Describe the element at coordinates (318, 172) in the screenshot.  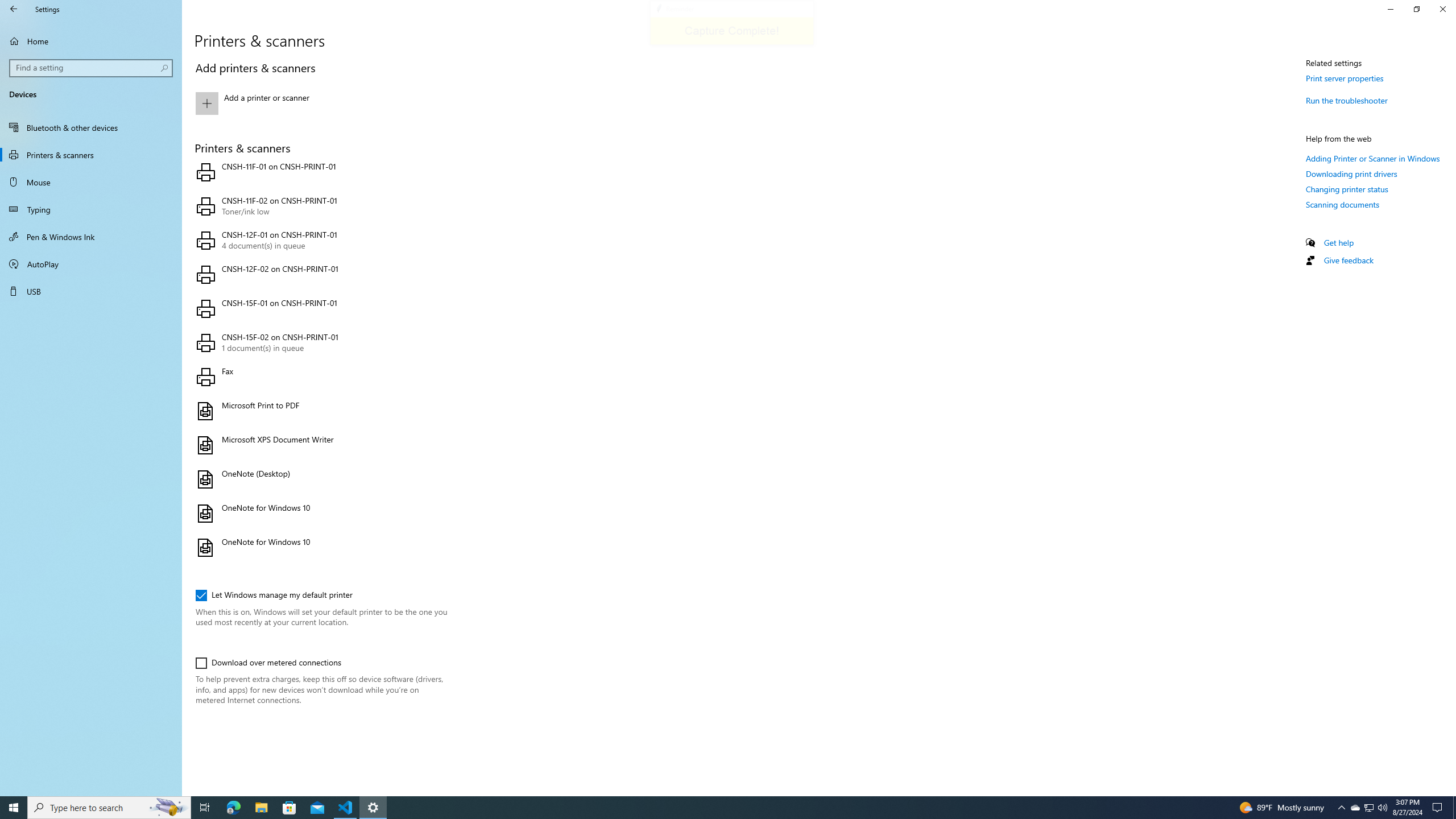
I see `'CNSH-11F-01 on CNSH-PRINT-01'` at that location.